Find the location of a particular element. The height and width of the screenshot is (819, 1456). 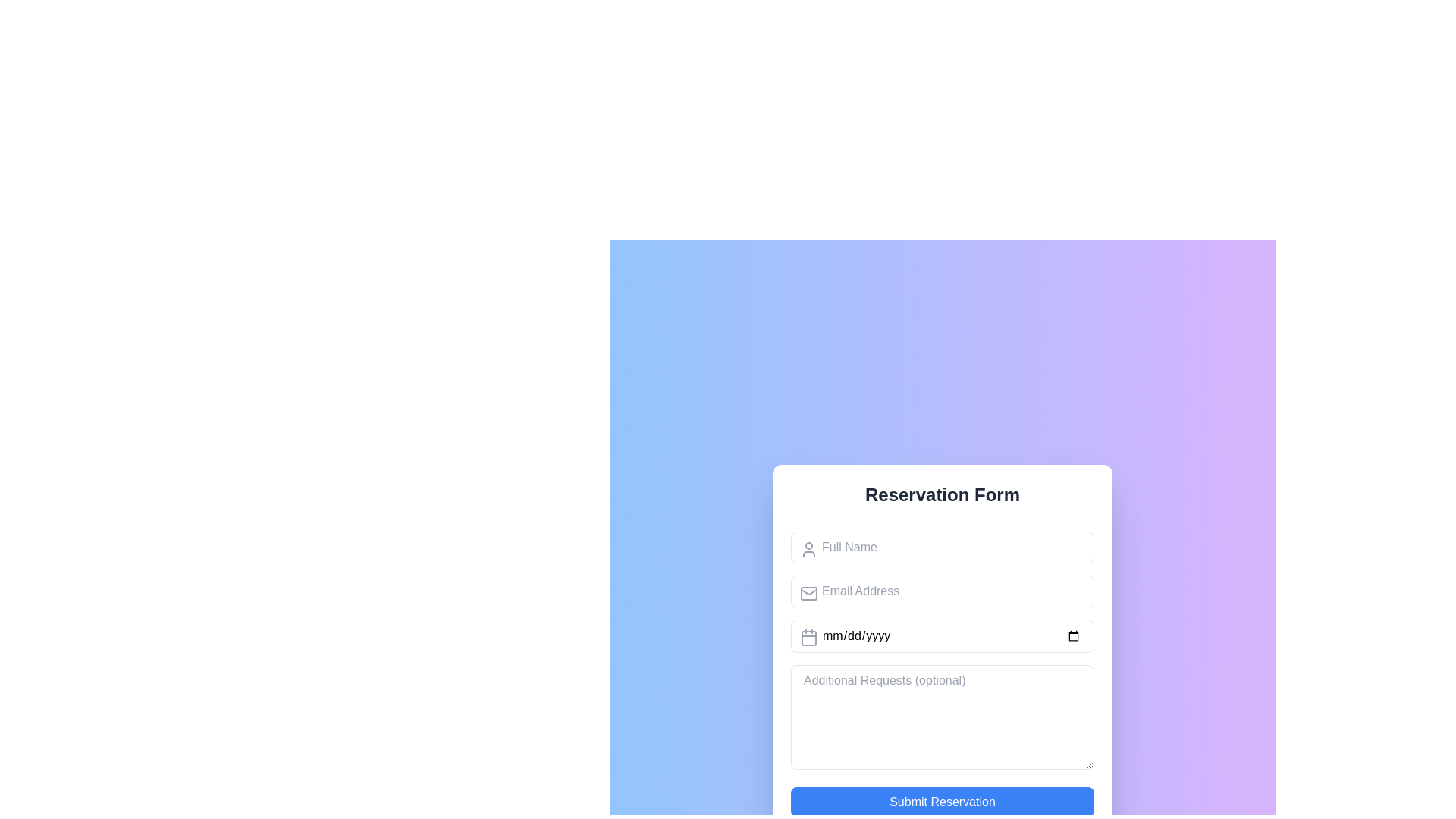

the bold and large text header displaying 'Reservation Form' located at the top of the modal-like UI component is located at coordinates (942, 494).